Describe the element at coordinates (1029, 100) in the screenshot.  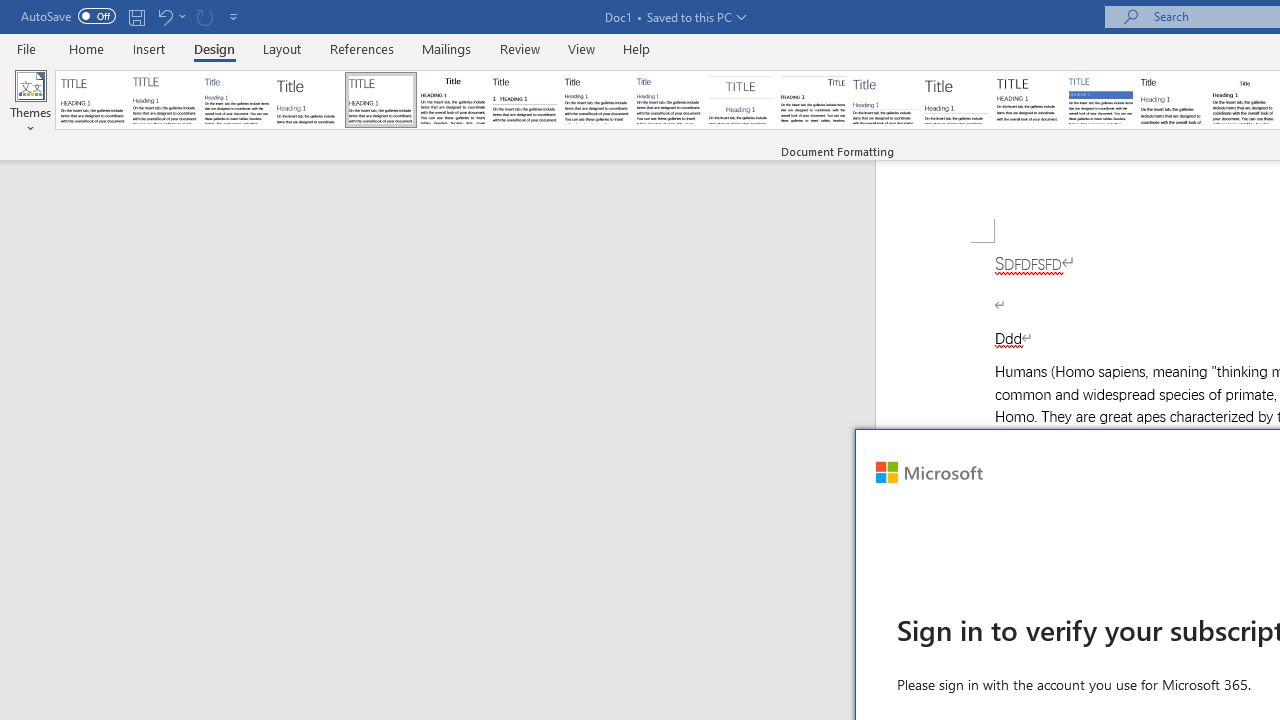
I see `'Minimalist'` at that location.